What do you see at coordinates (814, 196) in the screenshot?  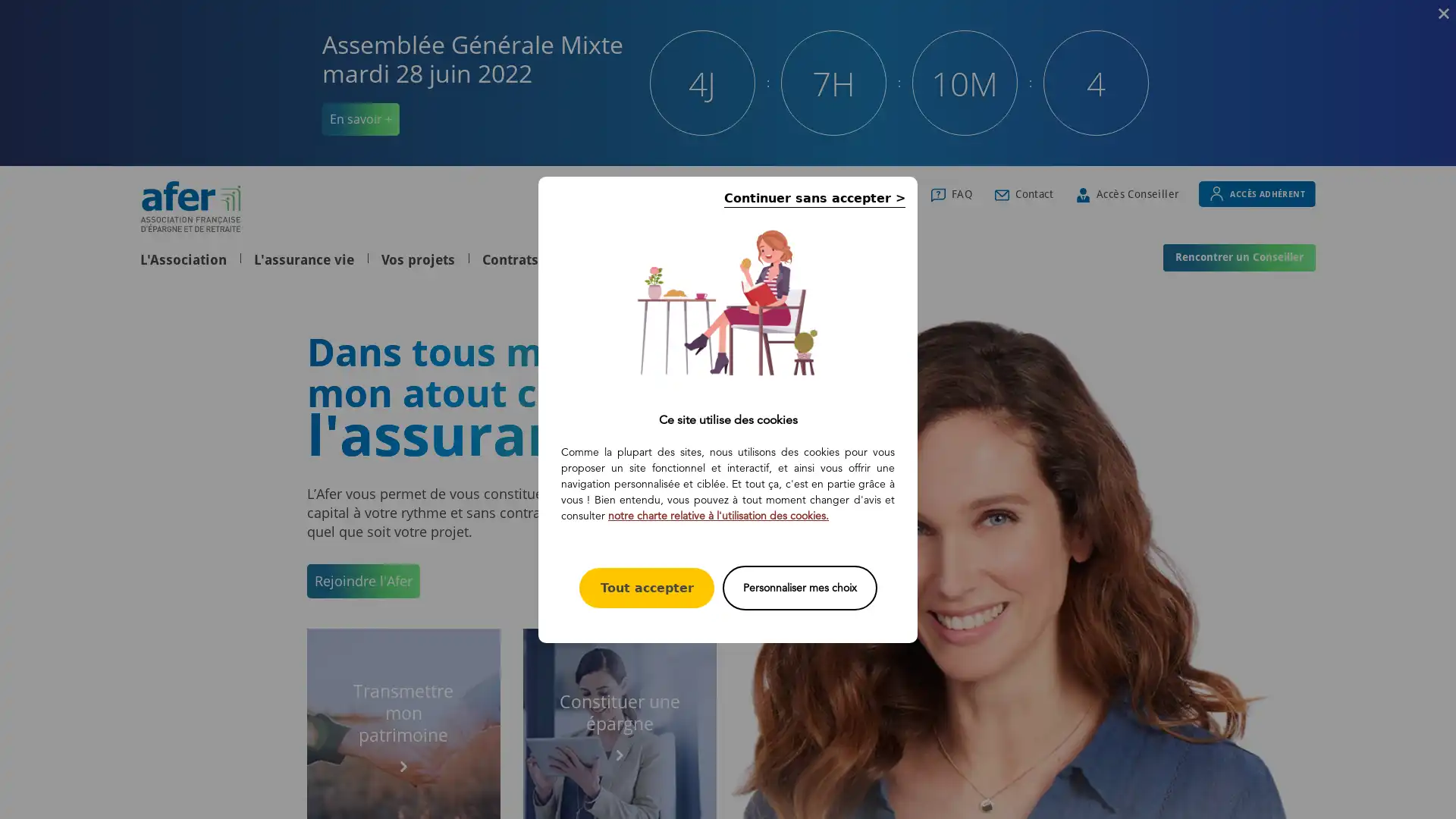 I see `Continuer sans accepter >` at bounding box center [814, 196].